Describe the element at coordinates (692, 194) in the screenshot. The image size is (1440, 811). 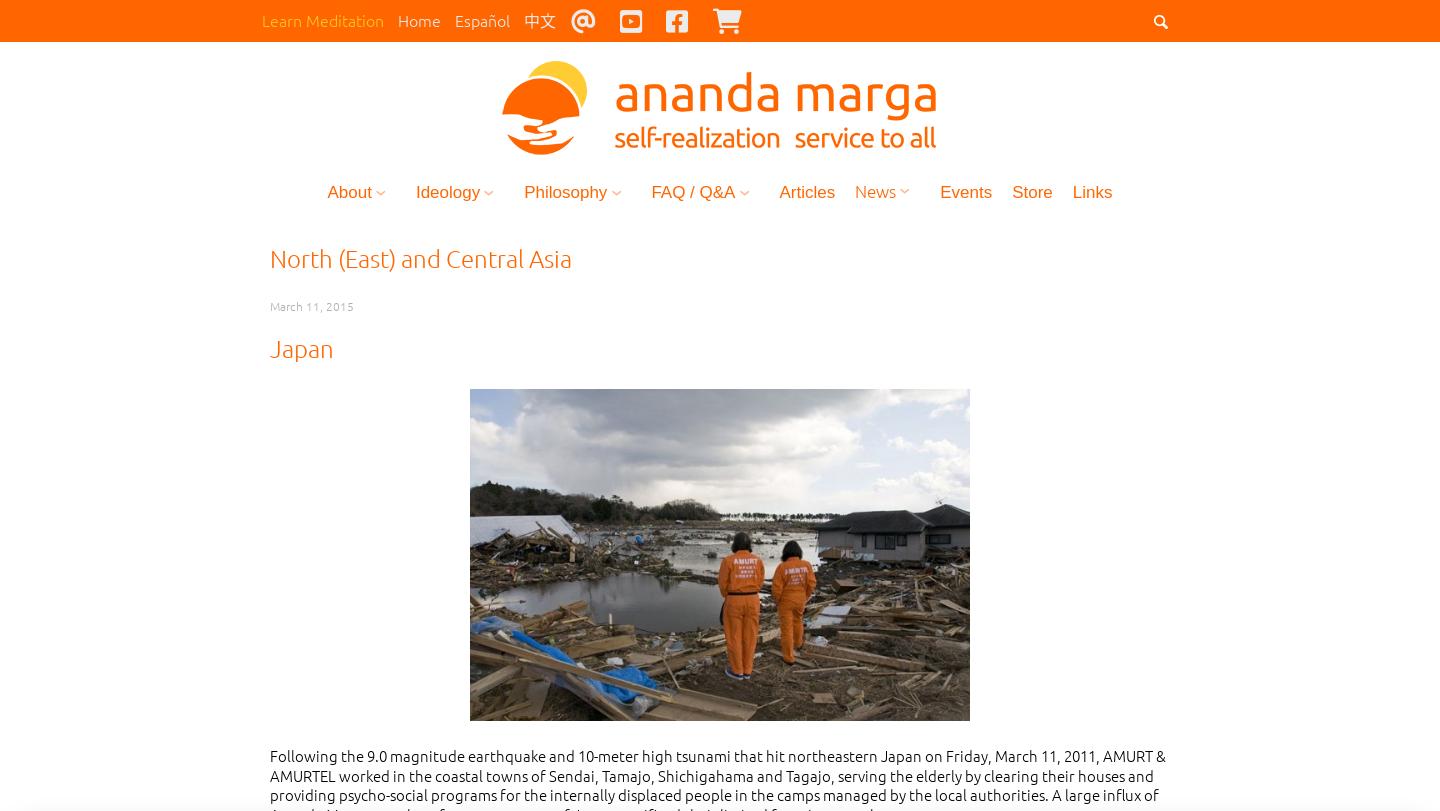
I see `'FAQ / Q&A'` at that location.